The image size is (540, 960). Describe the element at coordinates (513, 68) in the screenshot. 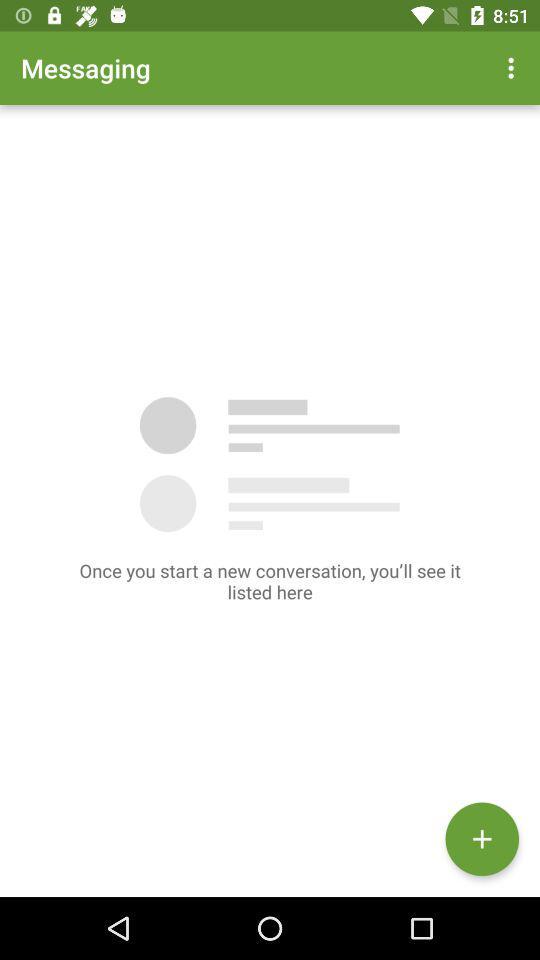

I see `item at the top right corner` at that location.